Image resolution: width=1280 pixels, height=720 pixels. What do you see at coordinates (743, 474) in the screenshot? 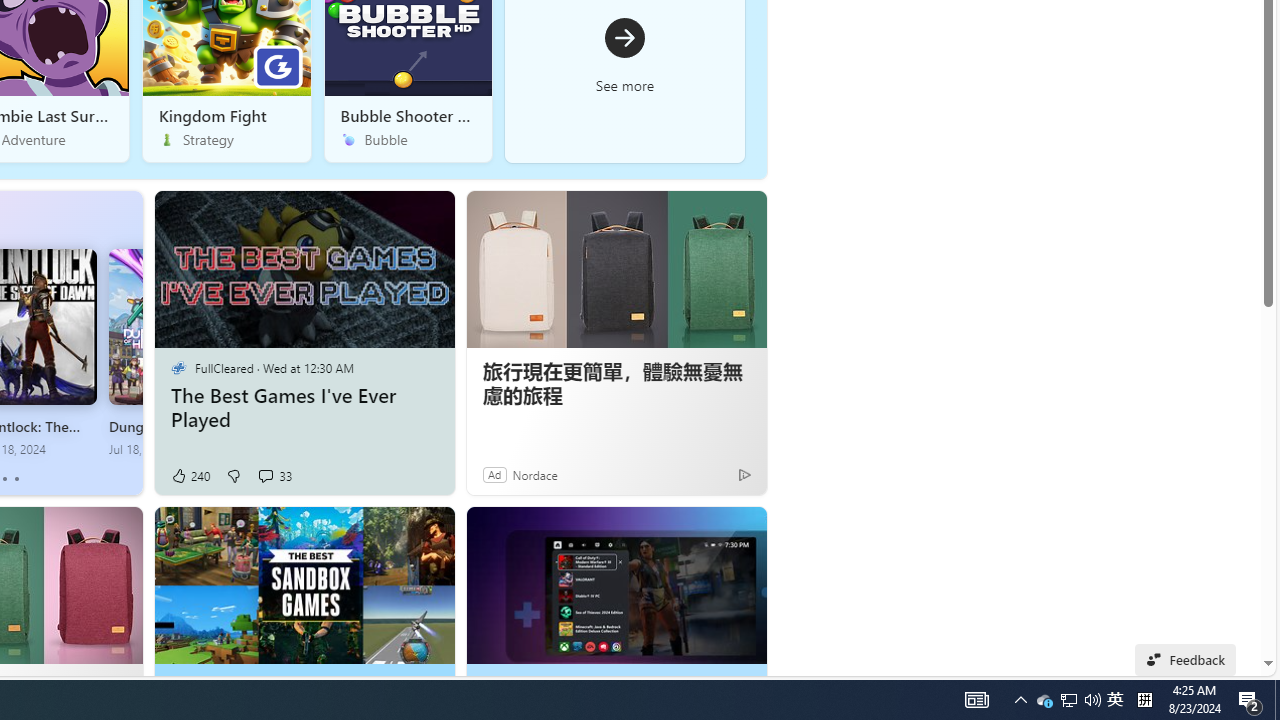
I see `'Ad Choice'` at bounding box center [743, 474].